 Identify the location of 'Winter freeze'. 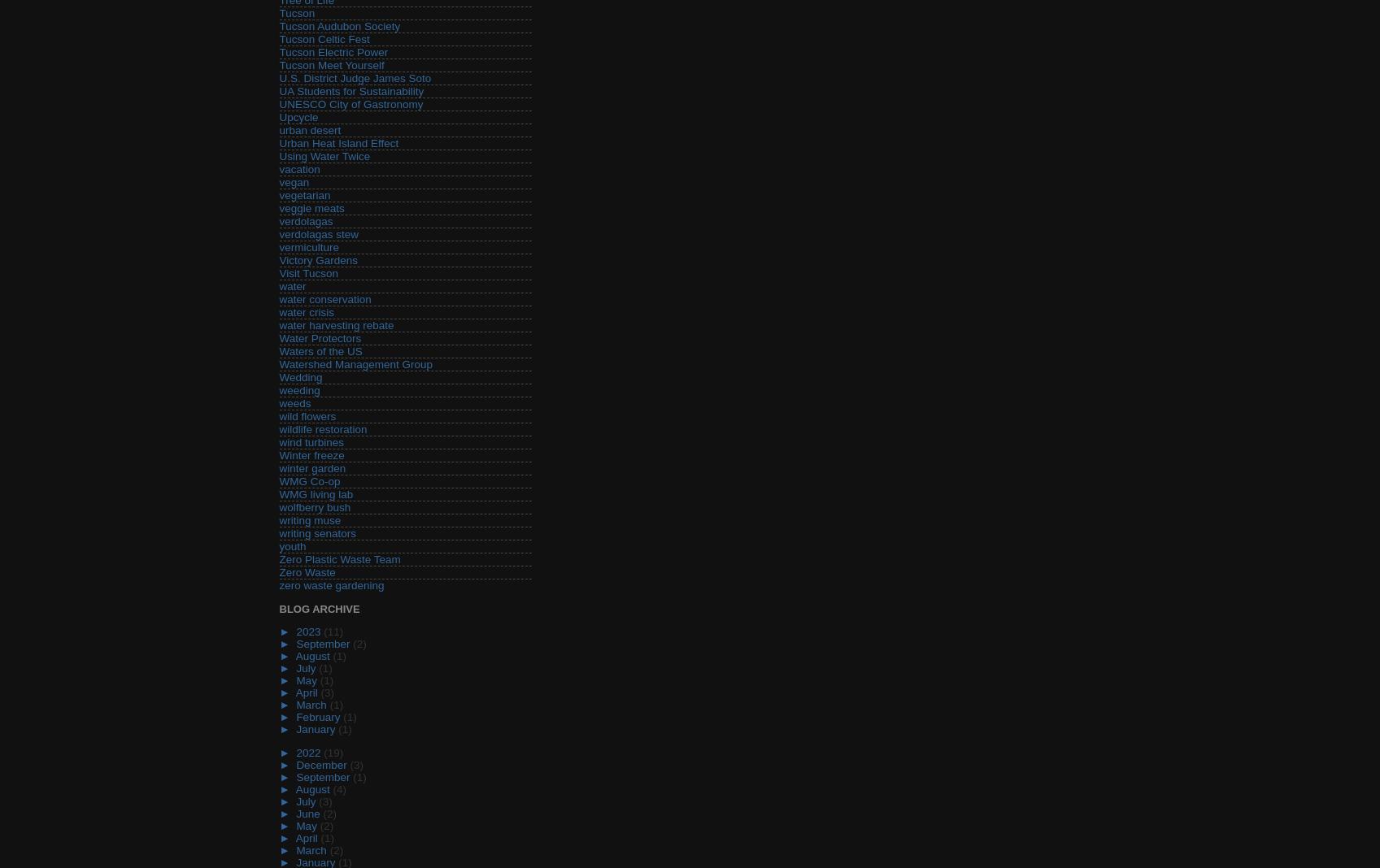
(311, 454).